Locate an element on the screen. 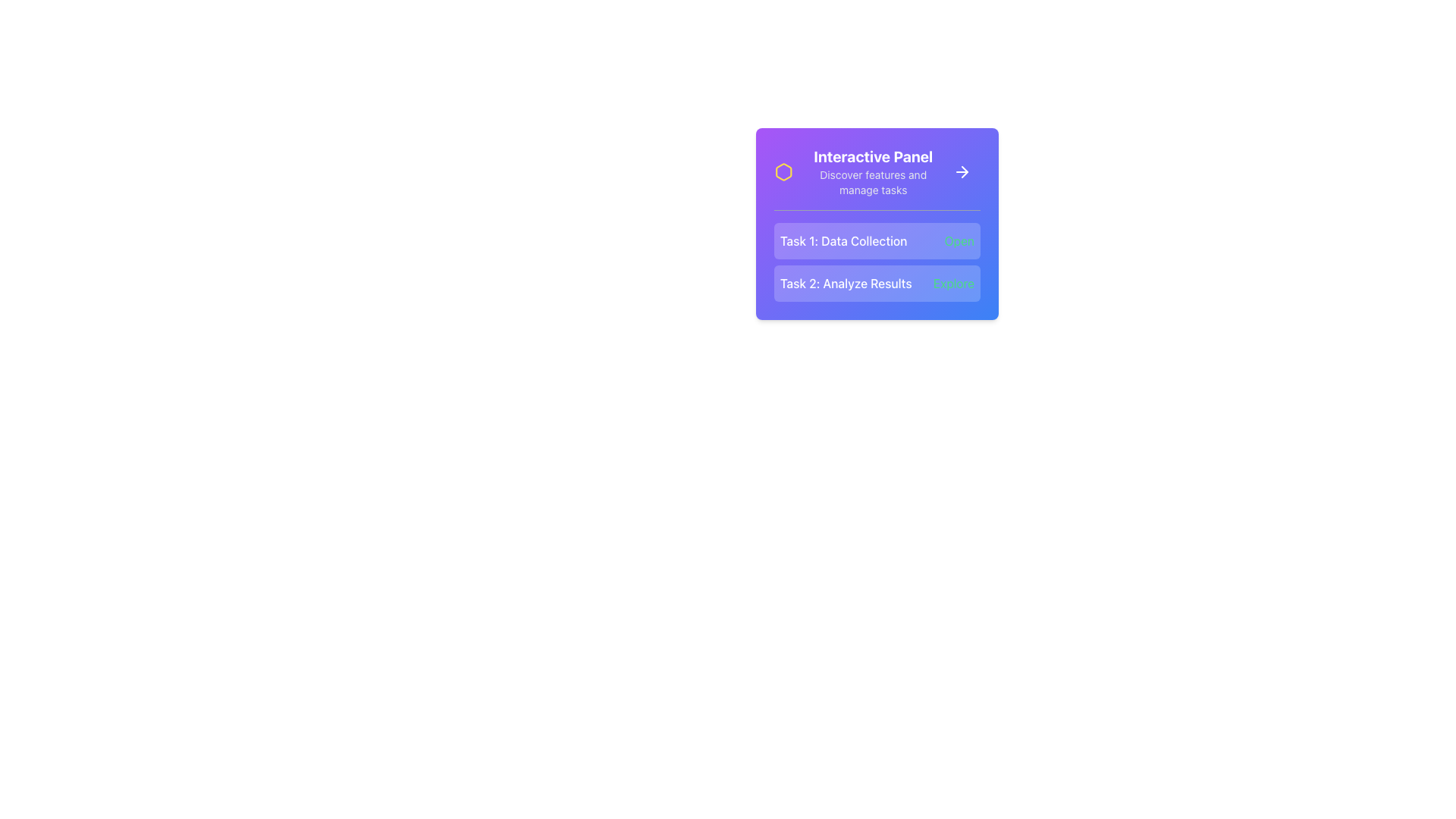  the decorative icon located in the upper left corner of the 'Interactive Panel' card, which serves as a visual identifier for the panel is located at coordinates (783, 171).